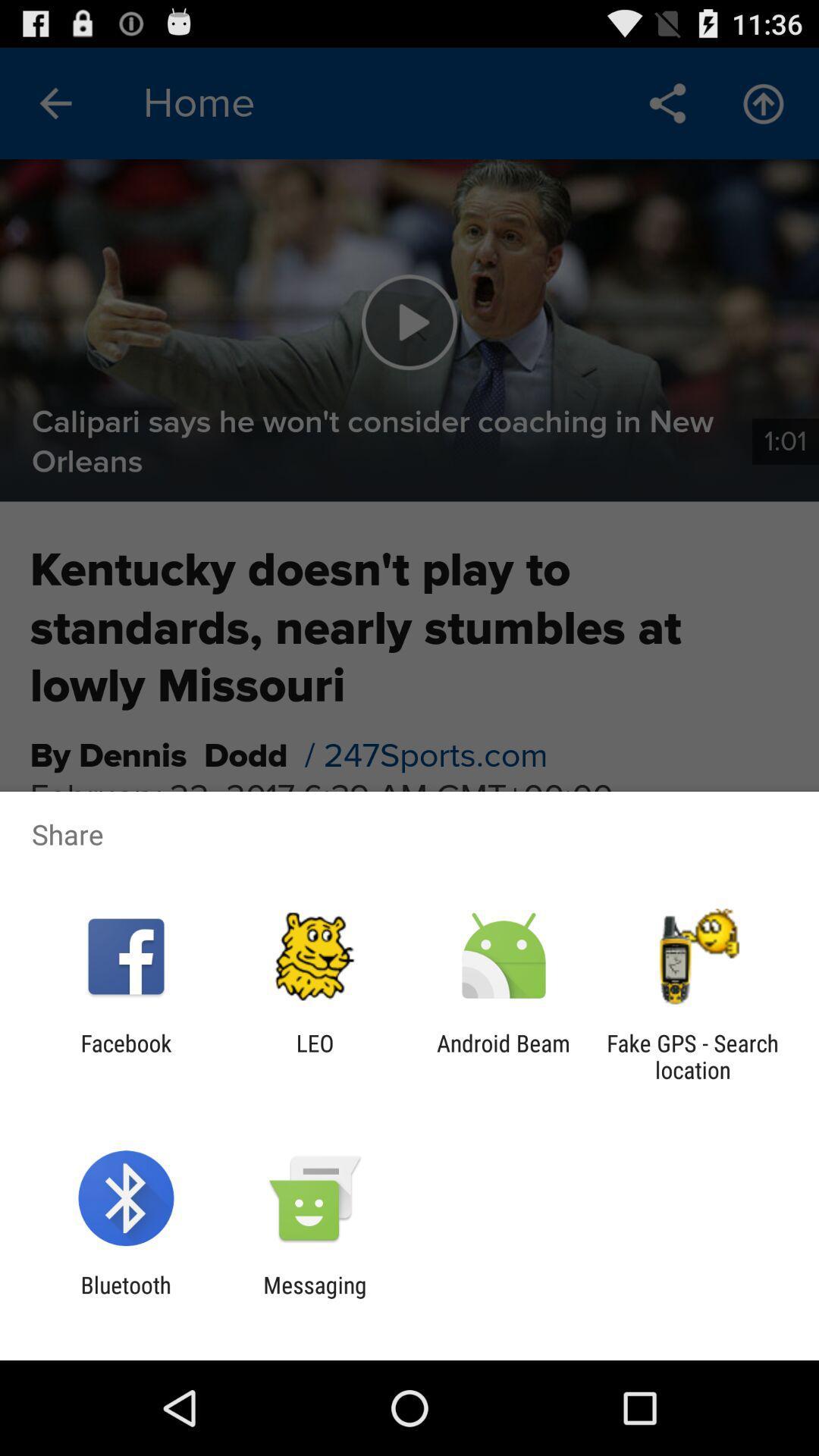  I want to click on the app next to fake gps search item, so click(504, 1056).